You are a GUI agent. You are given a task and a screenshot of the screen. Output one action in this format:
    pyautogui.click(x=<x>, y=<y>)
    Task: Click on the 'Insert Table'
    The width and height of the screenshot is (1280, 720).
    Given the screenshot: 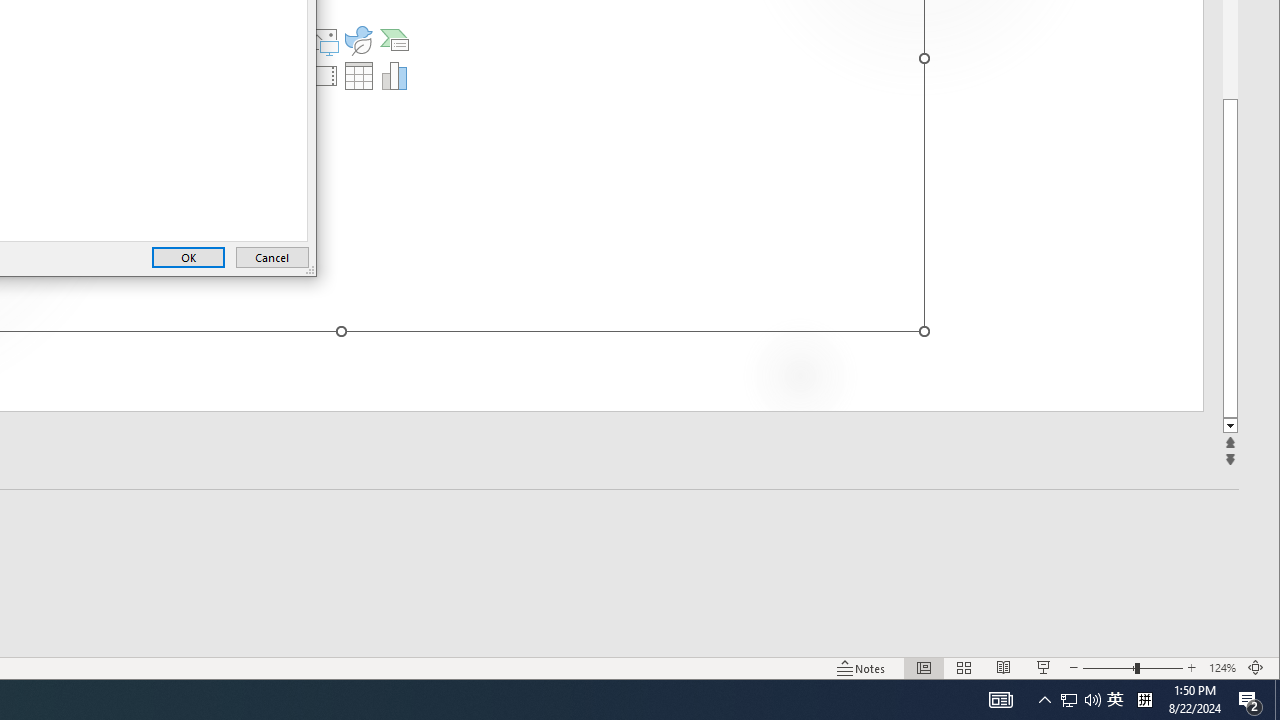 What is the action you would take?
    pyautogui.click(x=359, y=74)
    